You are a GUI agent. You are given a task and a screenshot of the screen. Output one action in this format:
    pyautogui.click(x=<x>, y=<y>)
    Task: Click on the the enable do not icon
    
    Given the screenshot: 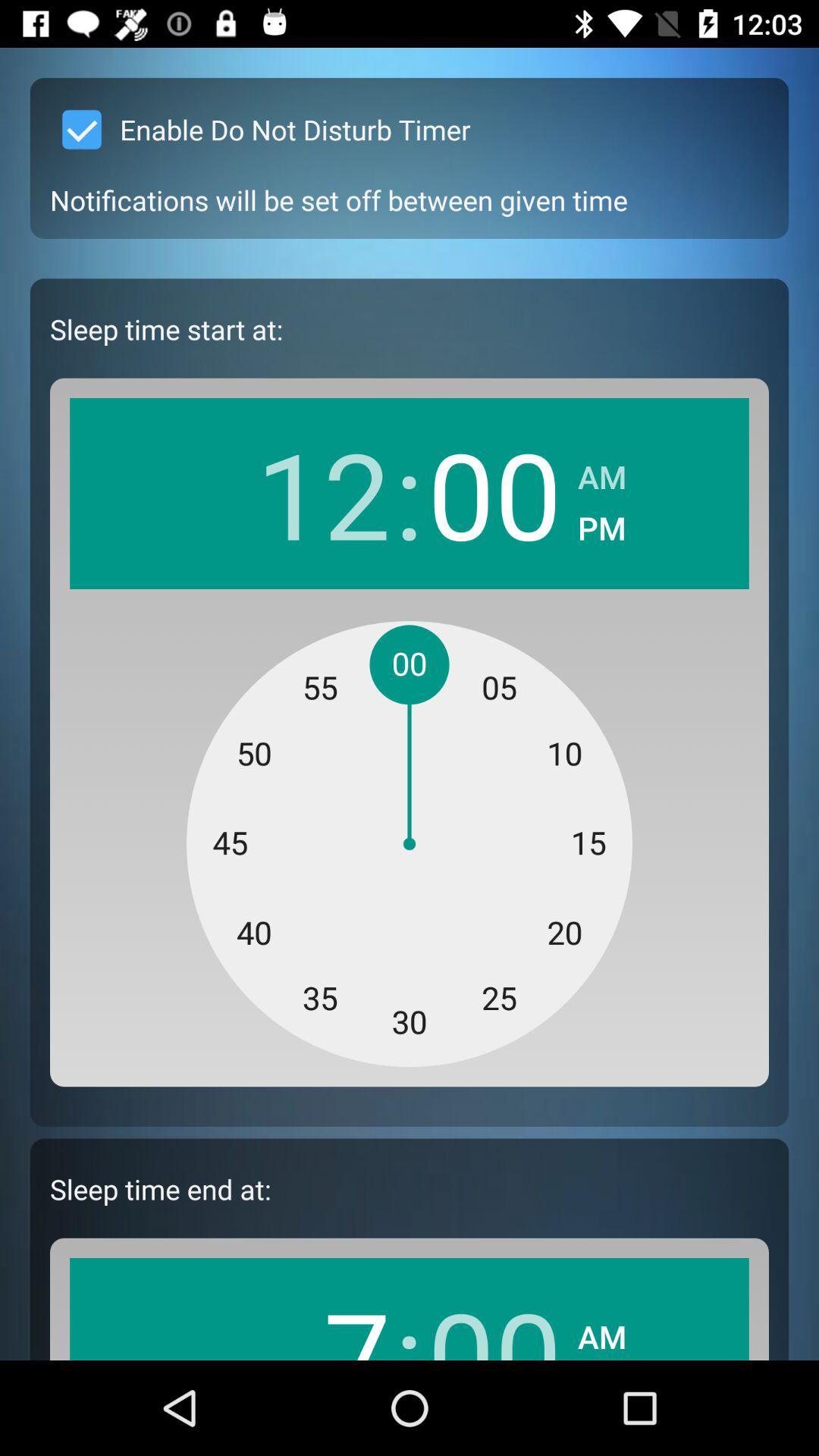 What is the action you would take?
    pyautogui.click(x=259, y=130)
    